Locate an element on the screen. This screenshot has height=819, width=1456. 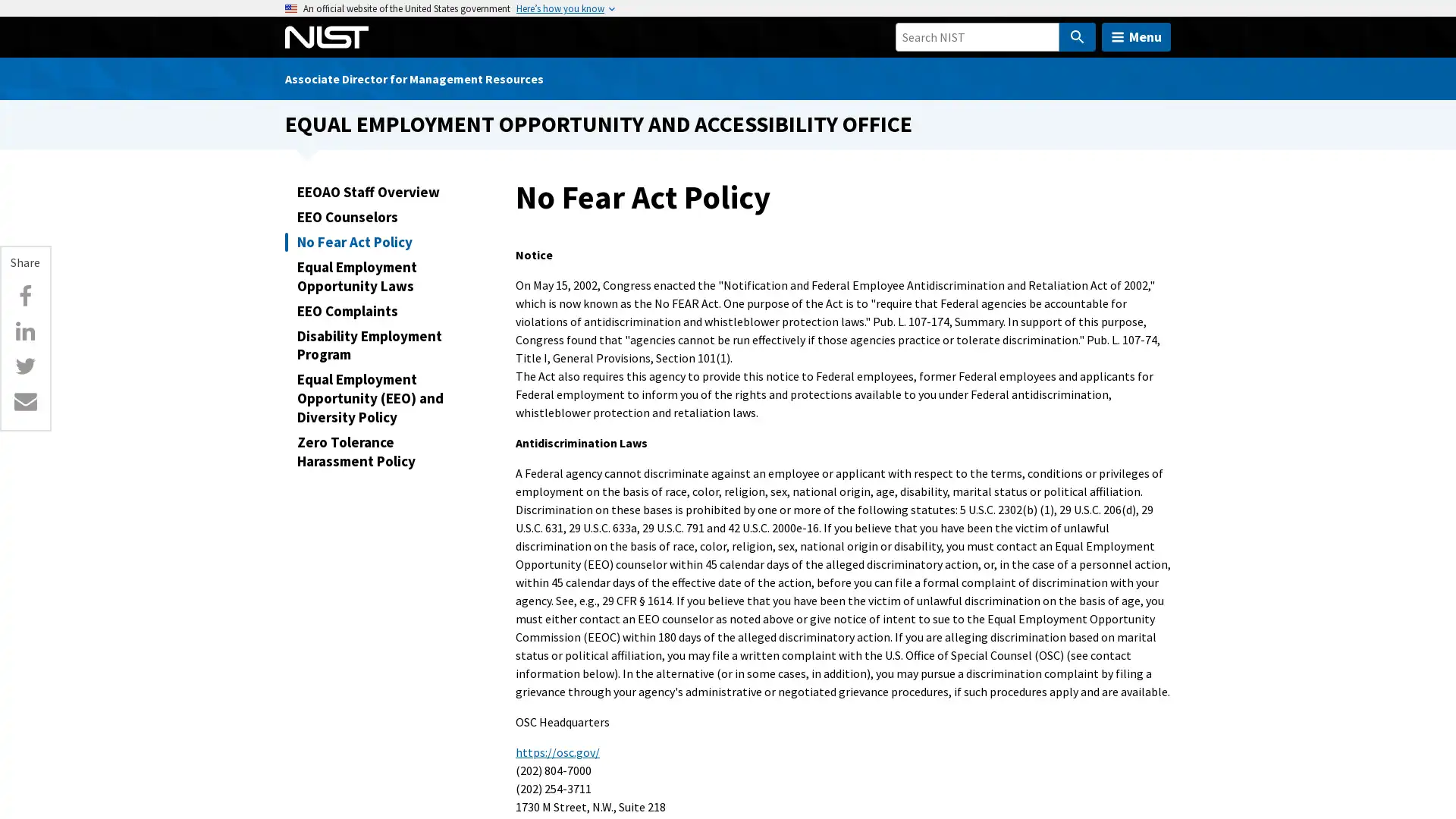
Search is located at coordinates (1076, 36).